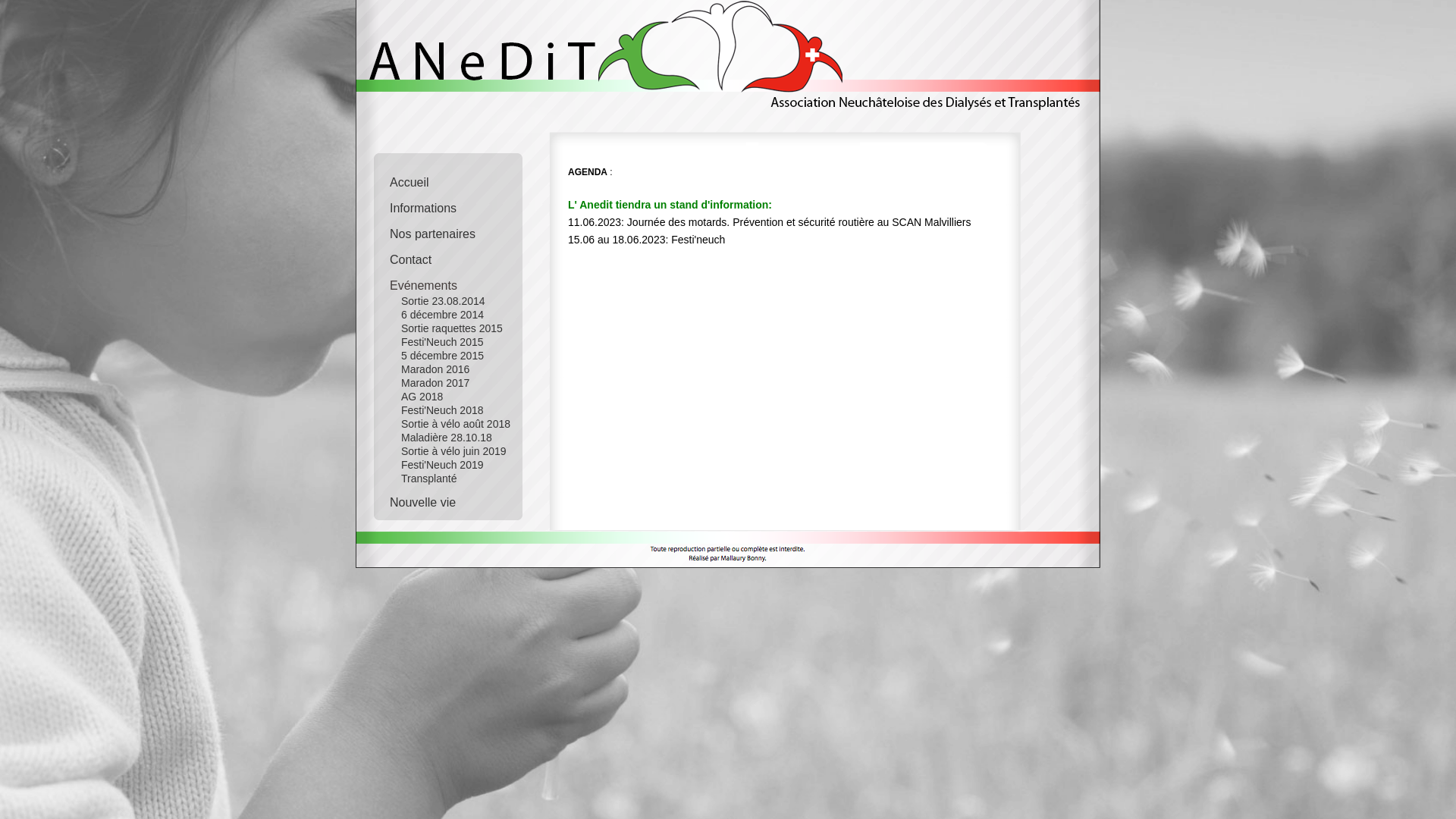 This screenshot has height=819, width=1456. What do you see at coordinates (446, 369) in the screenshot?
I see `'Maradon 2016'` at bounding box center [446, 369].